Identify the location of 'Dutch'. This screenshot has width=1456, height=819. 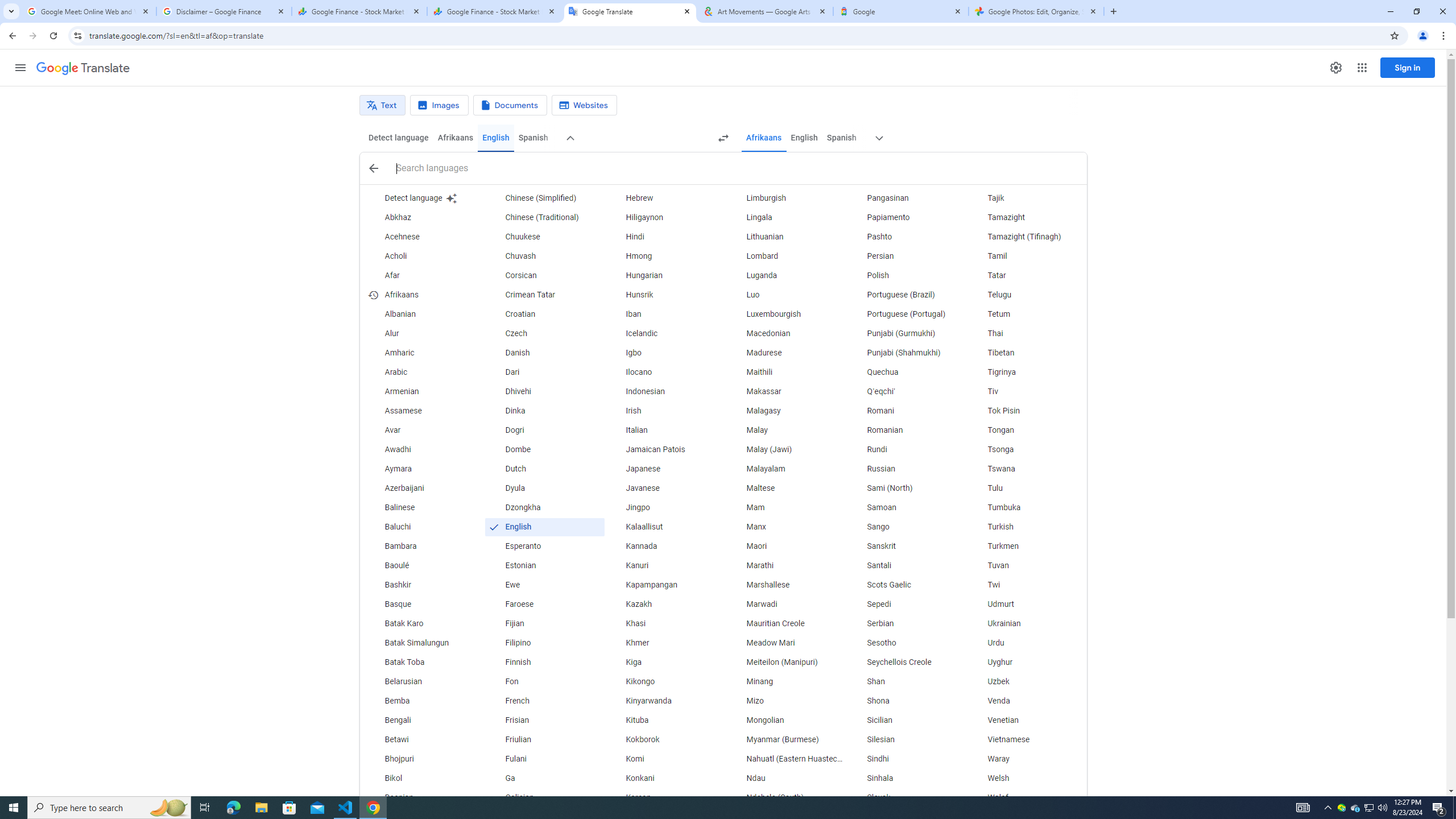
(544, 469).